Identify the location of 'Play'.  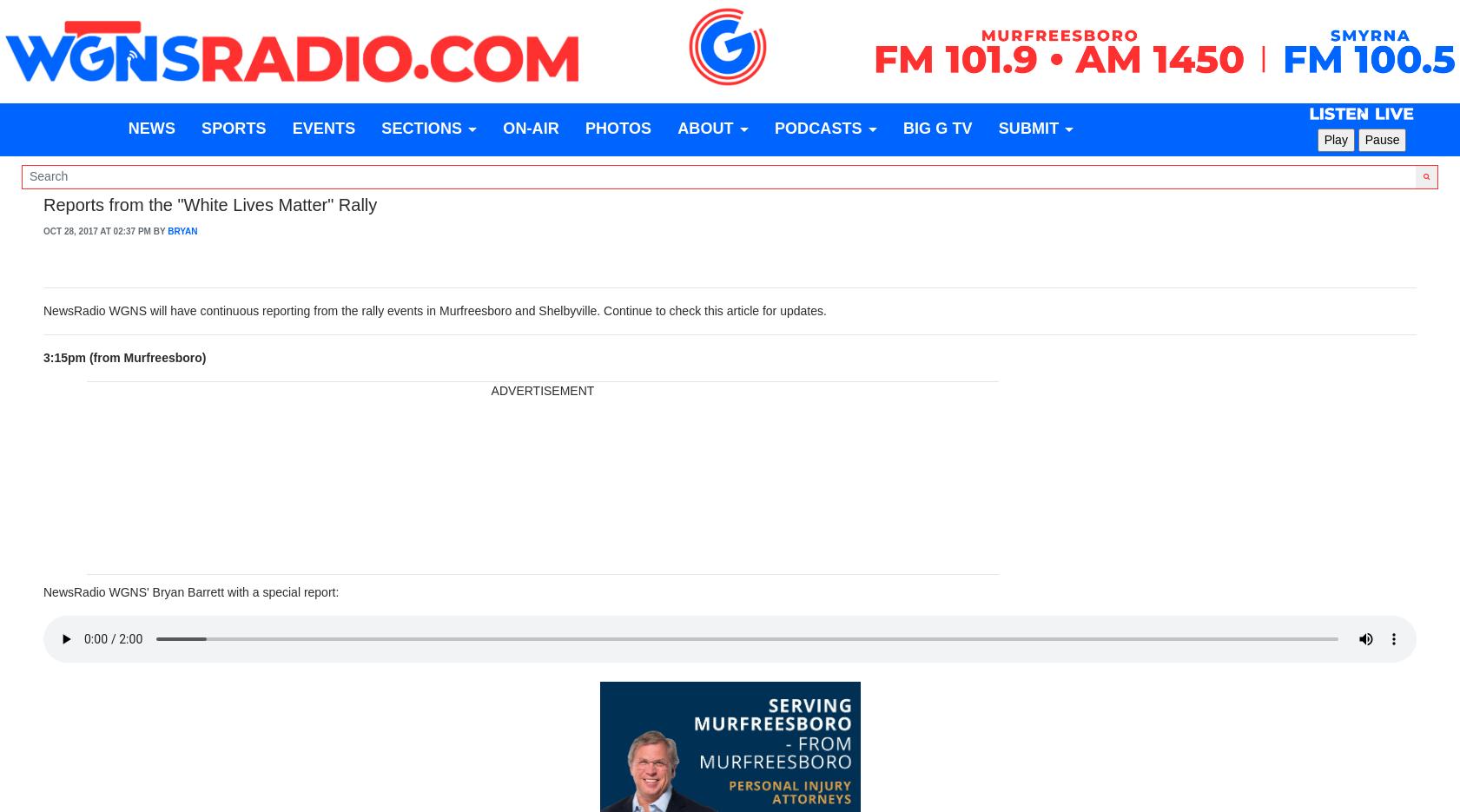
(1335, 140).